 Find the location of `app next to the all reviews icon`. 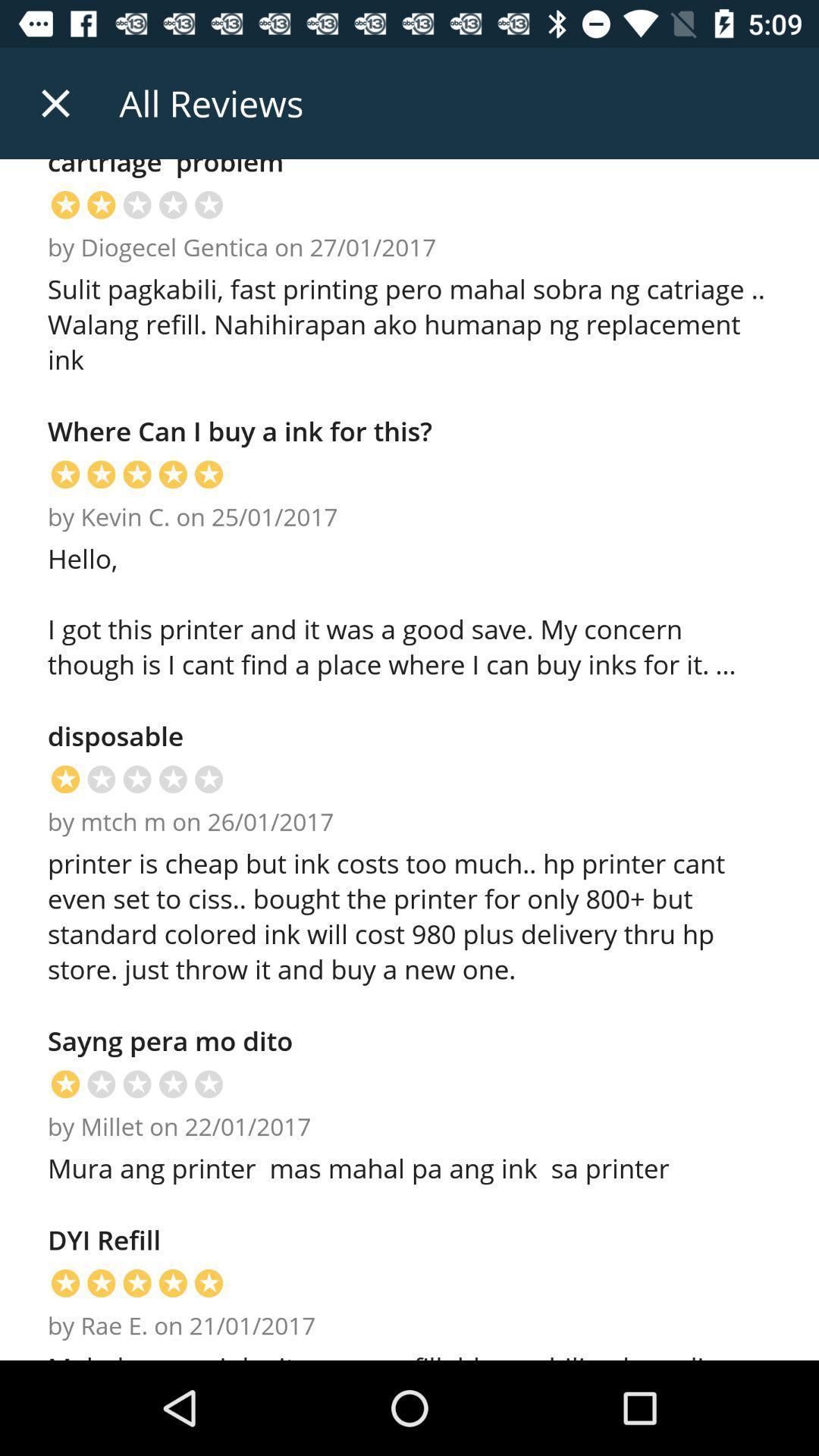

app next to the all reviews icon is located at coordinates (55, 102).